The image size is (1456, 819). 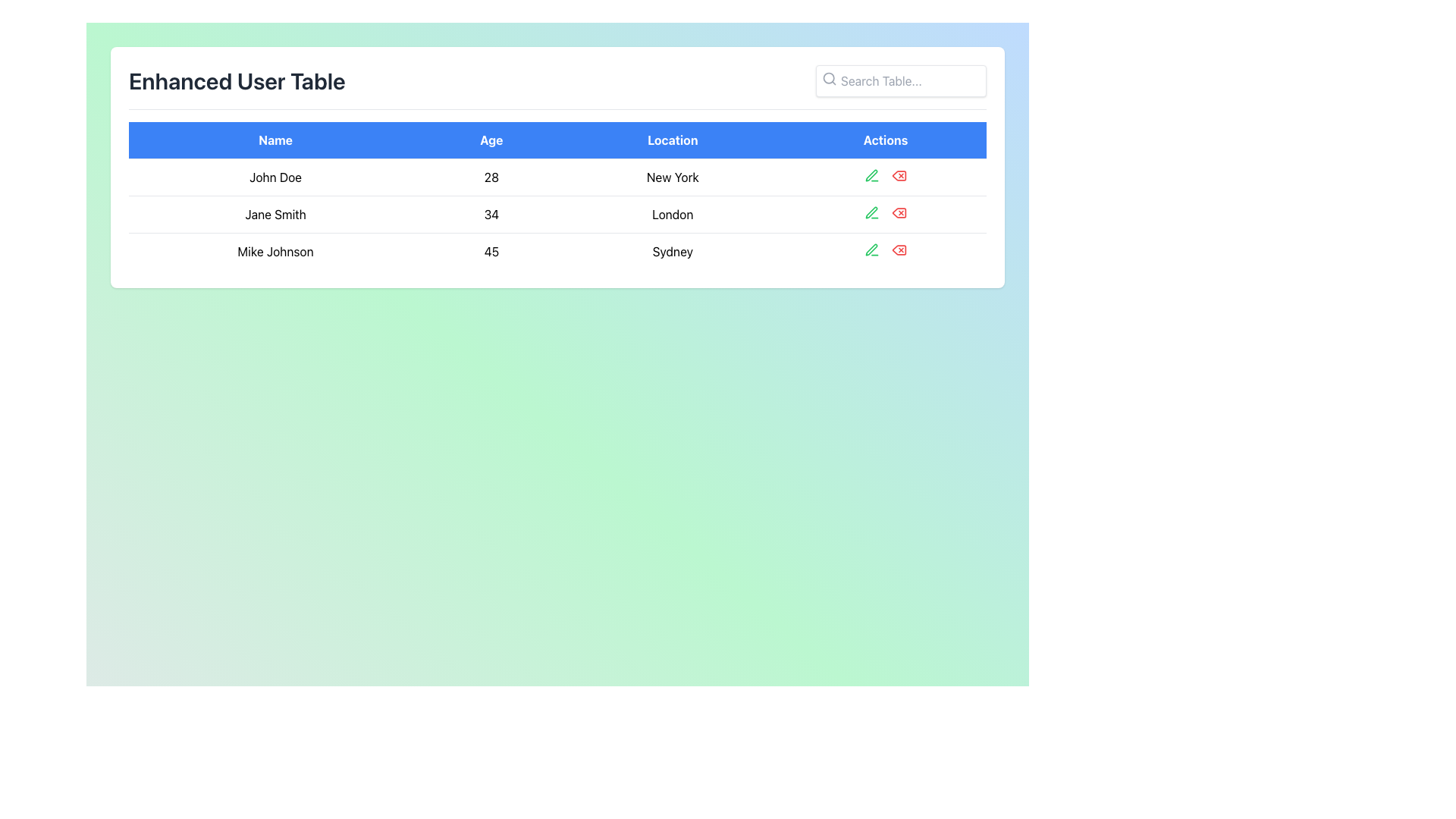 What do you see at coordinates (491, 177) in the screenshot?
I see `the text element displaying the number '28' in the 'Age' column of the first row in the table` at bounding box center [491, 177].